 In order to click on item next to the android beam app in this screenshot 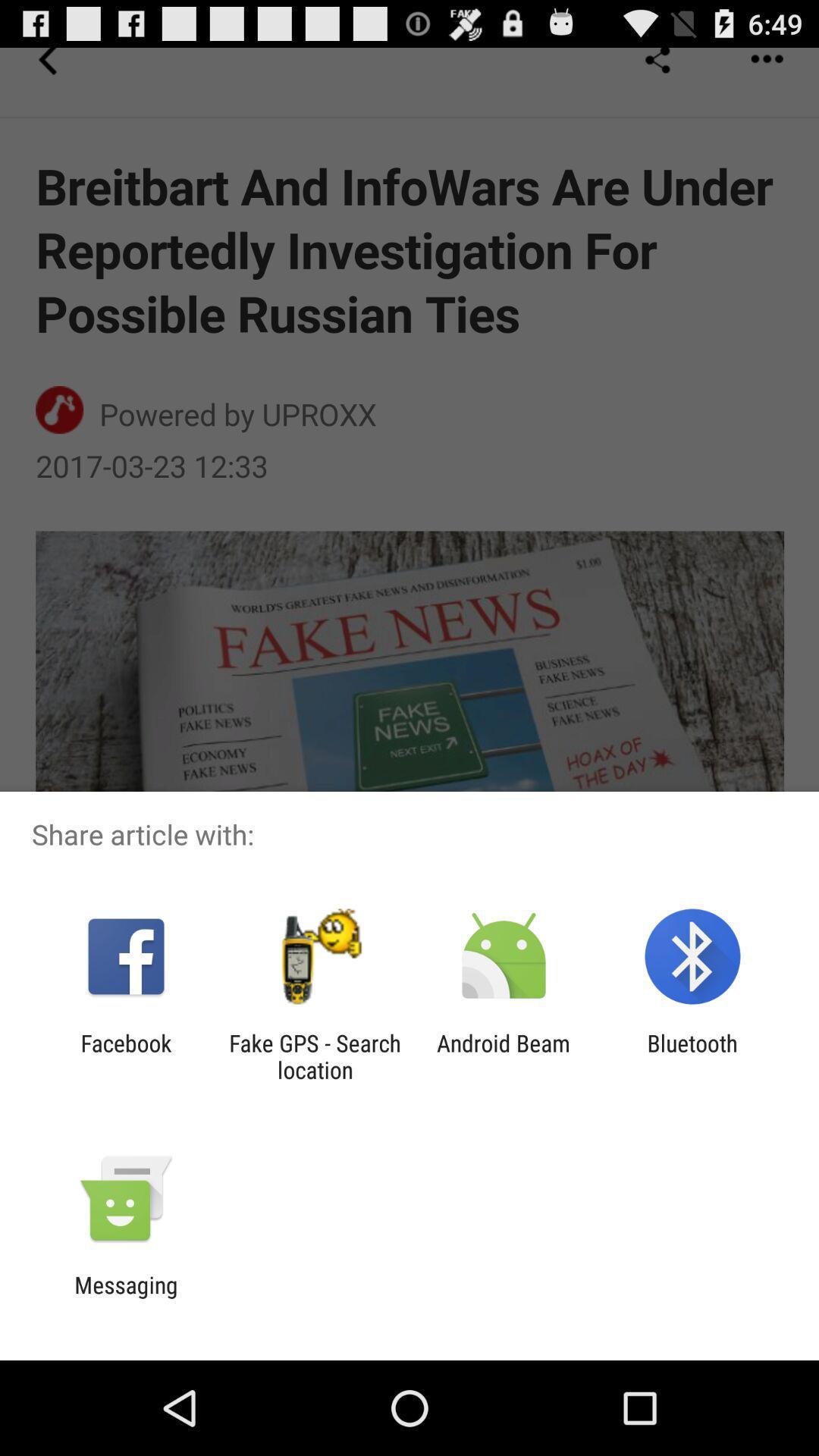, I will do `click(692, 1056)`.